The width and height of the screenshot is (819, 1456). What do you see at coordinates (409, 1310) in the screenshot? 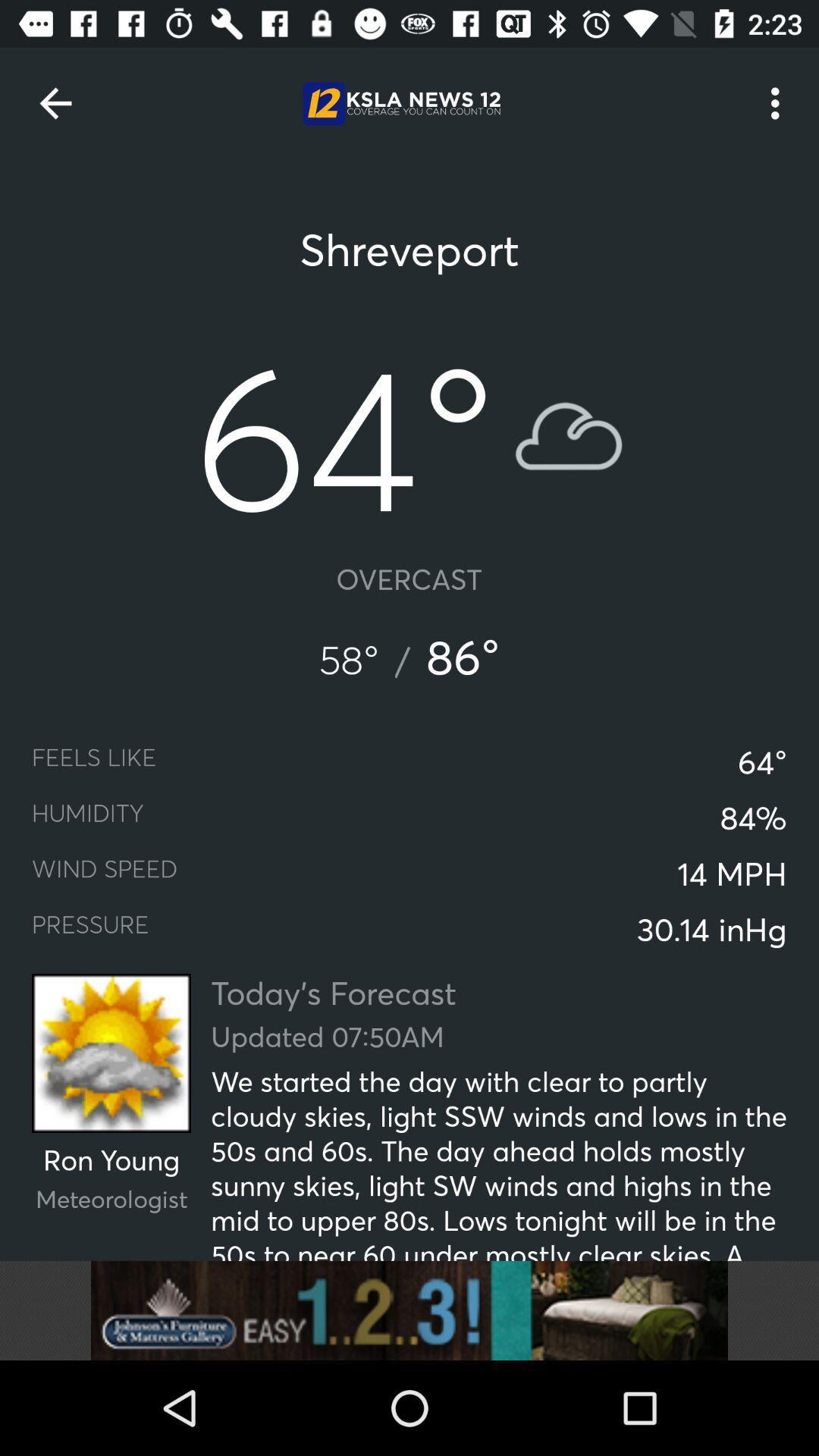
I see `advertisement` at bounding box center [409, 1310].